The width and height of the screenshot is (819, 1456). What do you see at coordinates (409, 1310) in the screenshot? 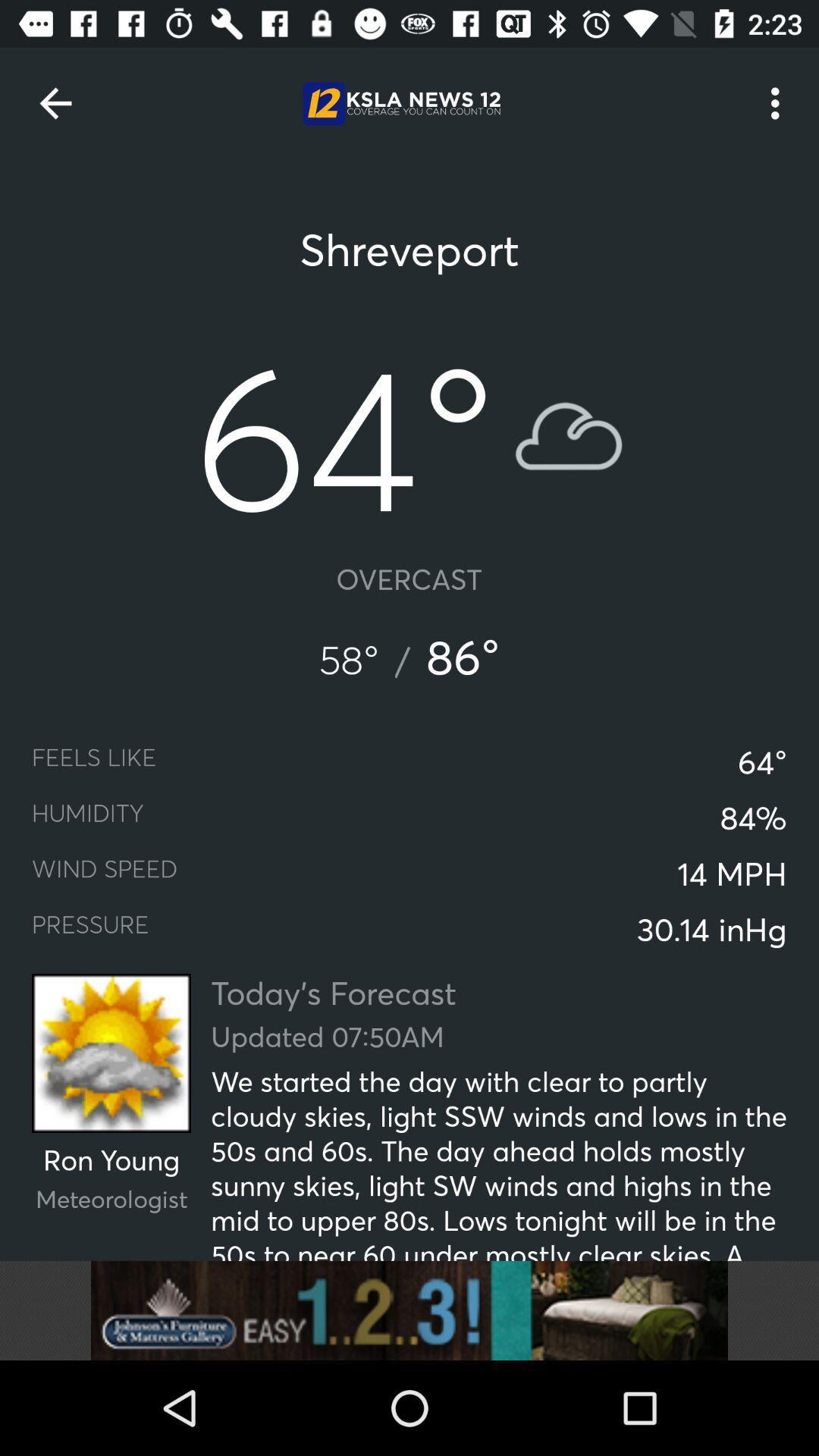
I see `advertisement` at bounding box center [409, 1310].